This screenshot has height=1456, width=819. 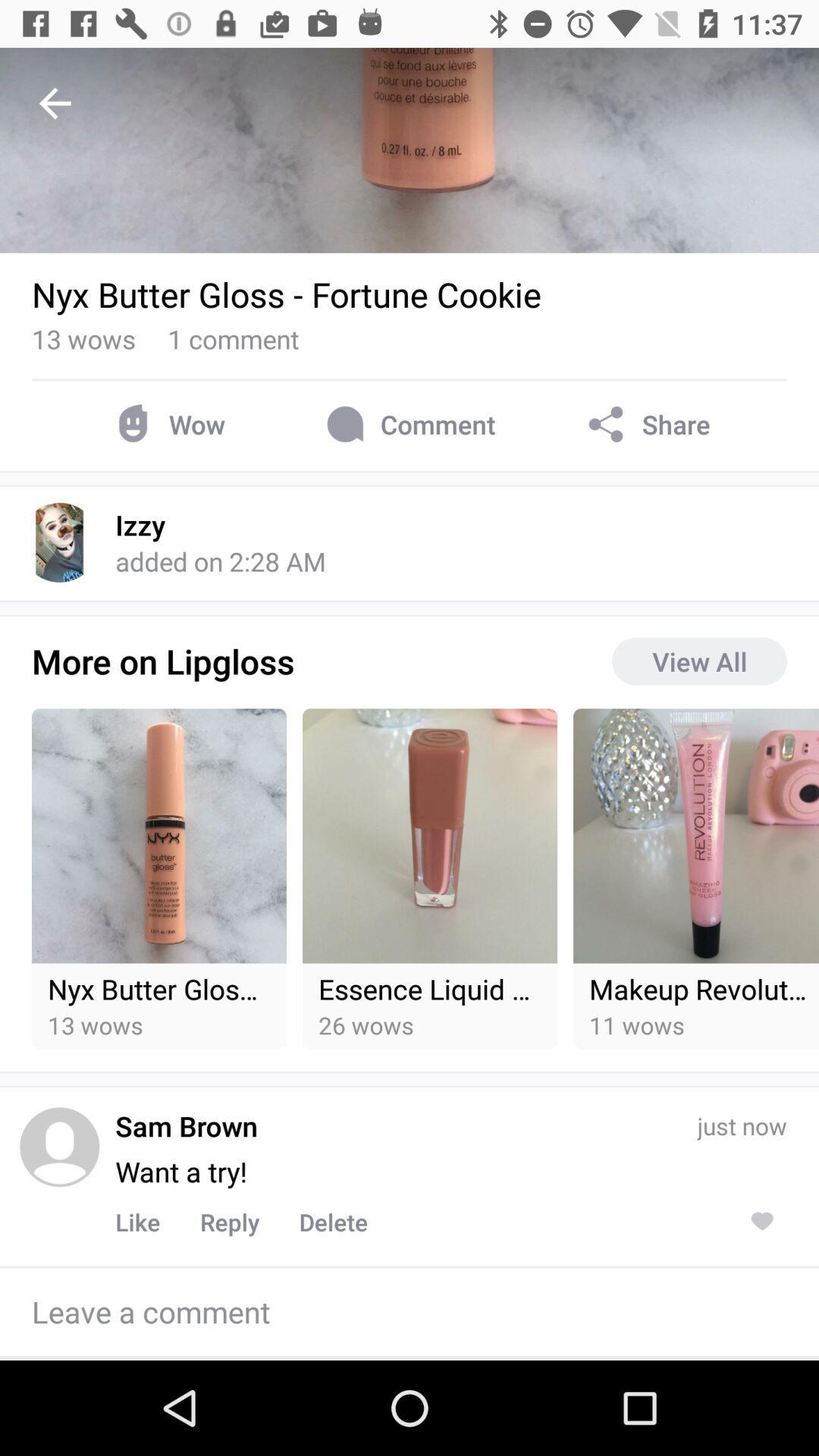 I want to click on open profile picture, so click(x=58, y=1147).